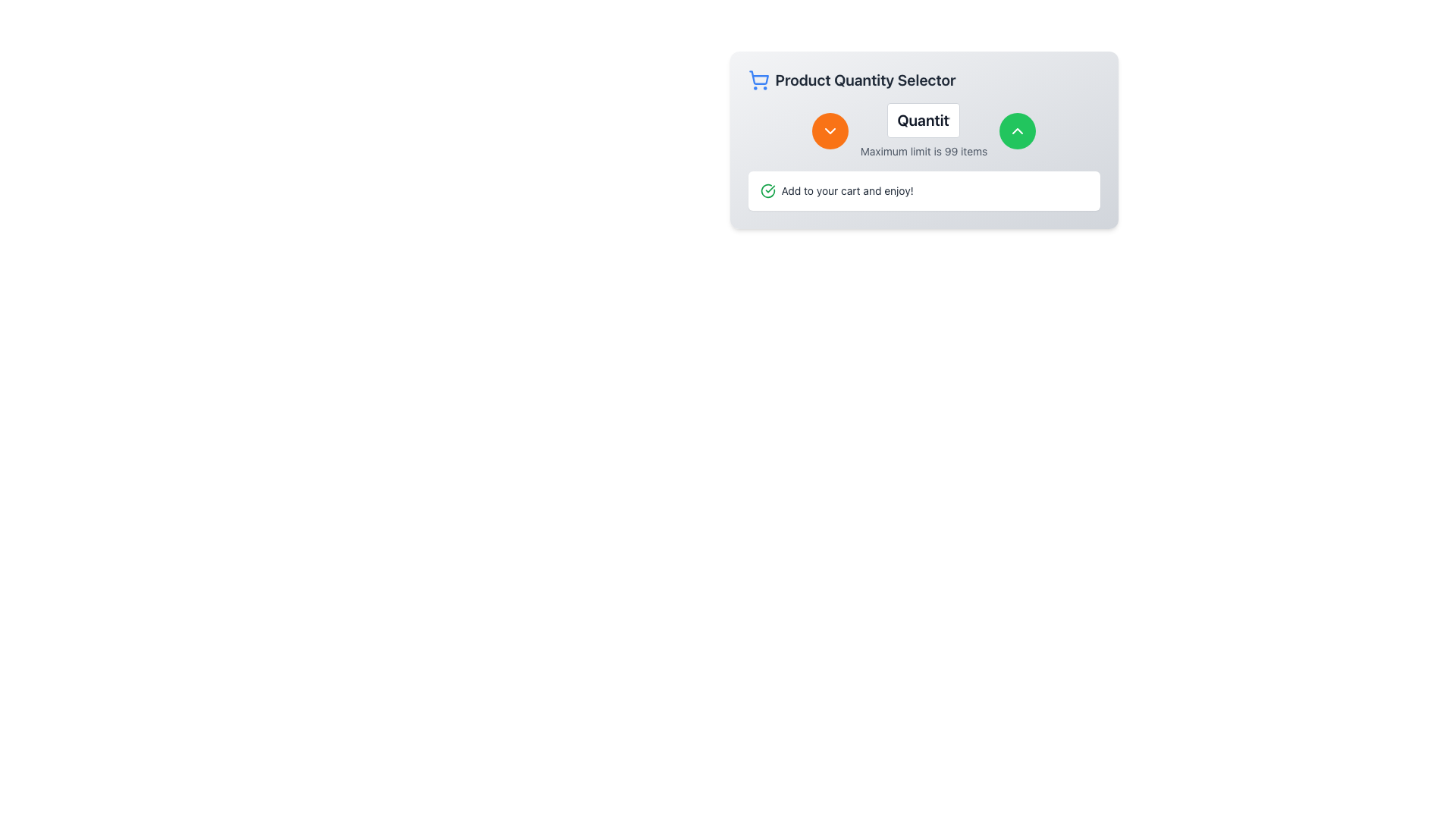  What do you see at coordinates (767, 190) in the screenshot?
I see `the circular icon with a green checkmark that is positioned to the left of the text 'Add to your cart and enjoy!'` at bounding box center [767, 190].